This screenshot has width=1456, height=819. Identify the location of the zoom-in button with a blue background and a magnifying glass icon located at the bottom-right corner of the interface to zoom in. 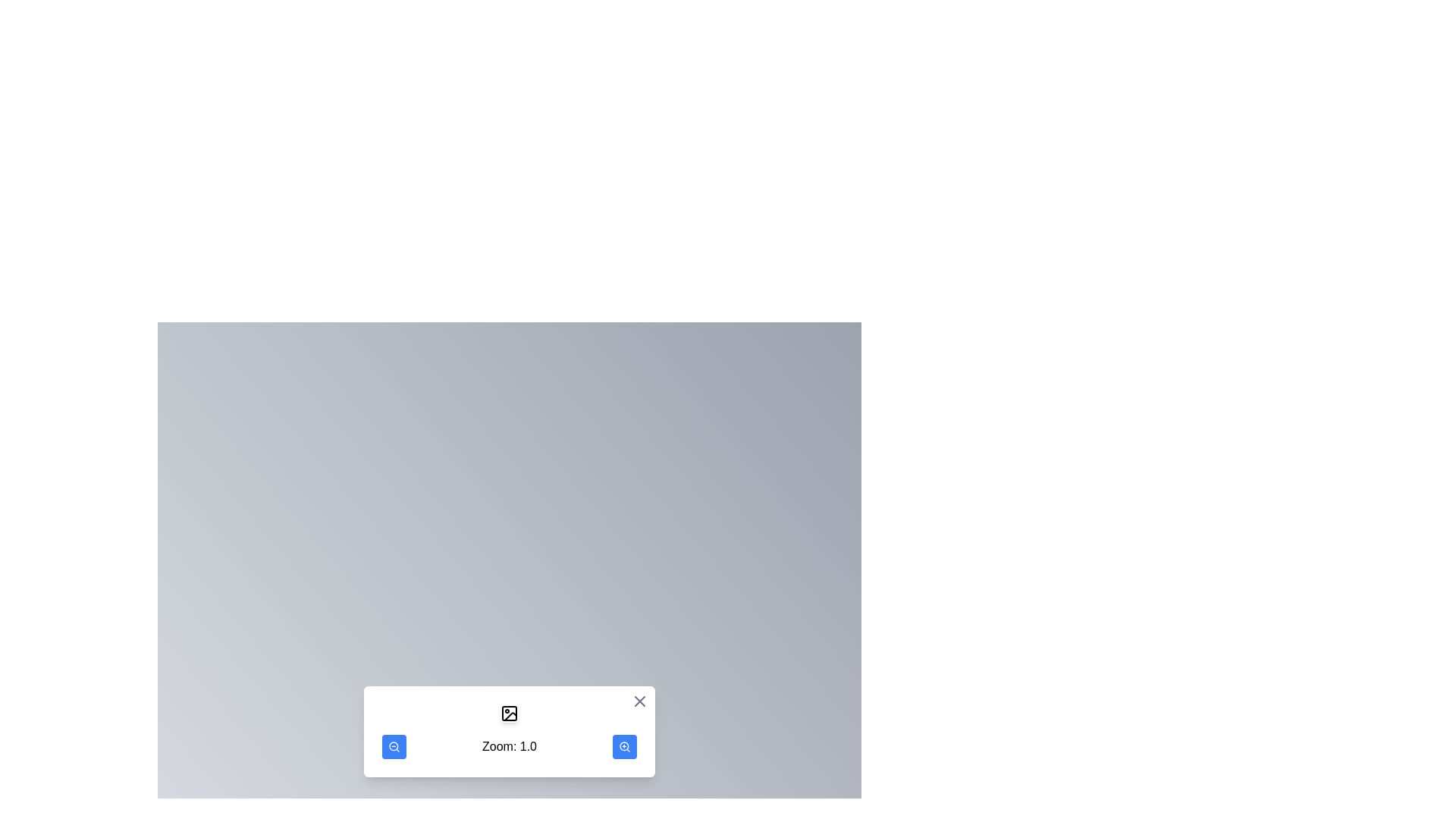
(625, 745).